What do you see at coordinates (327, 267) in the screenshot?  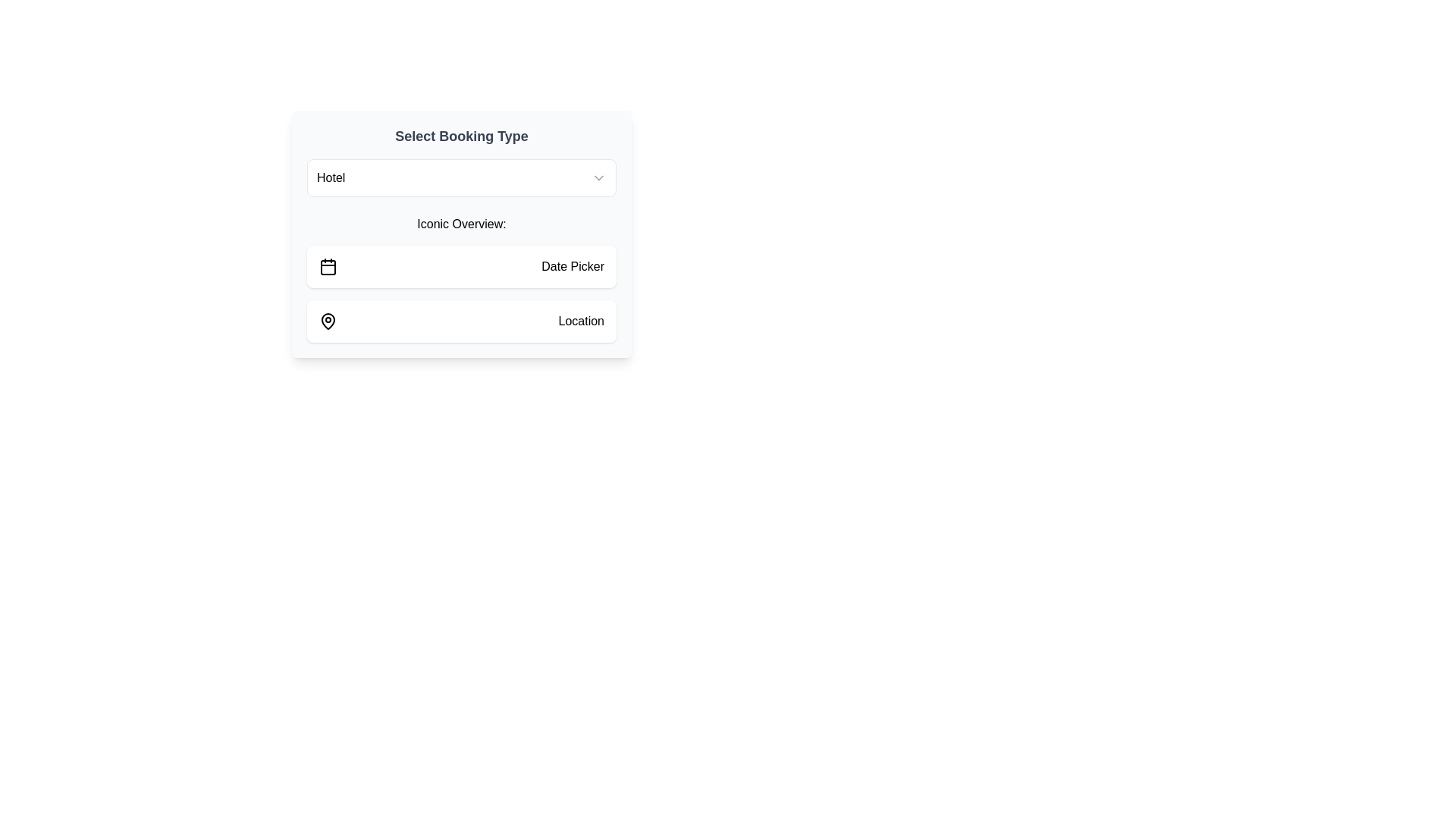 I see `the rectangular component with rounded corners within the SVG calendar icon, located in the 'Iconic Overview' section below the 'Select Booking Type' header and to the left of the 'Date Picker' text` at bounding box center [327, 267].